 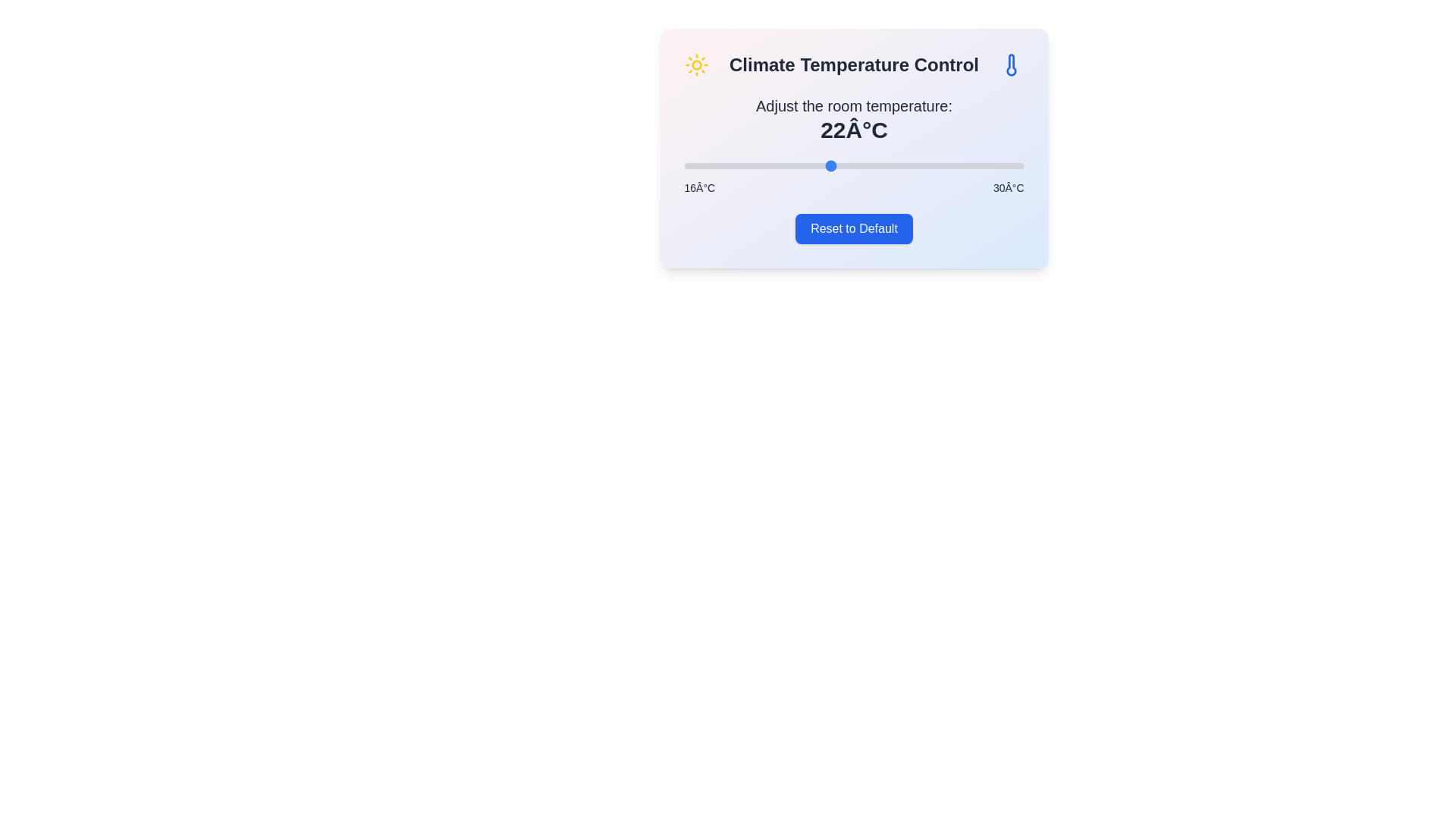 What do you see at coordinates (975, 166) in the screenshot?
I see `the temperature to 28°C using the slider` at bounding box center [975, 166].